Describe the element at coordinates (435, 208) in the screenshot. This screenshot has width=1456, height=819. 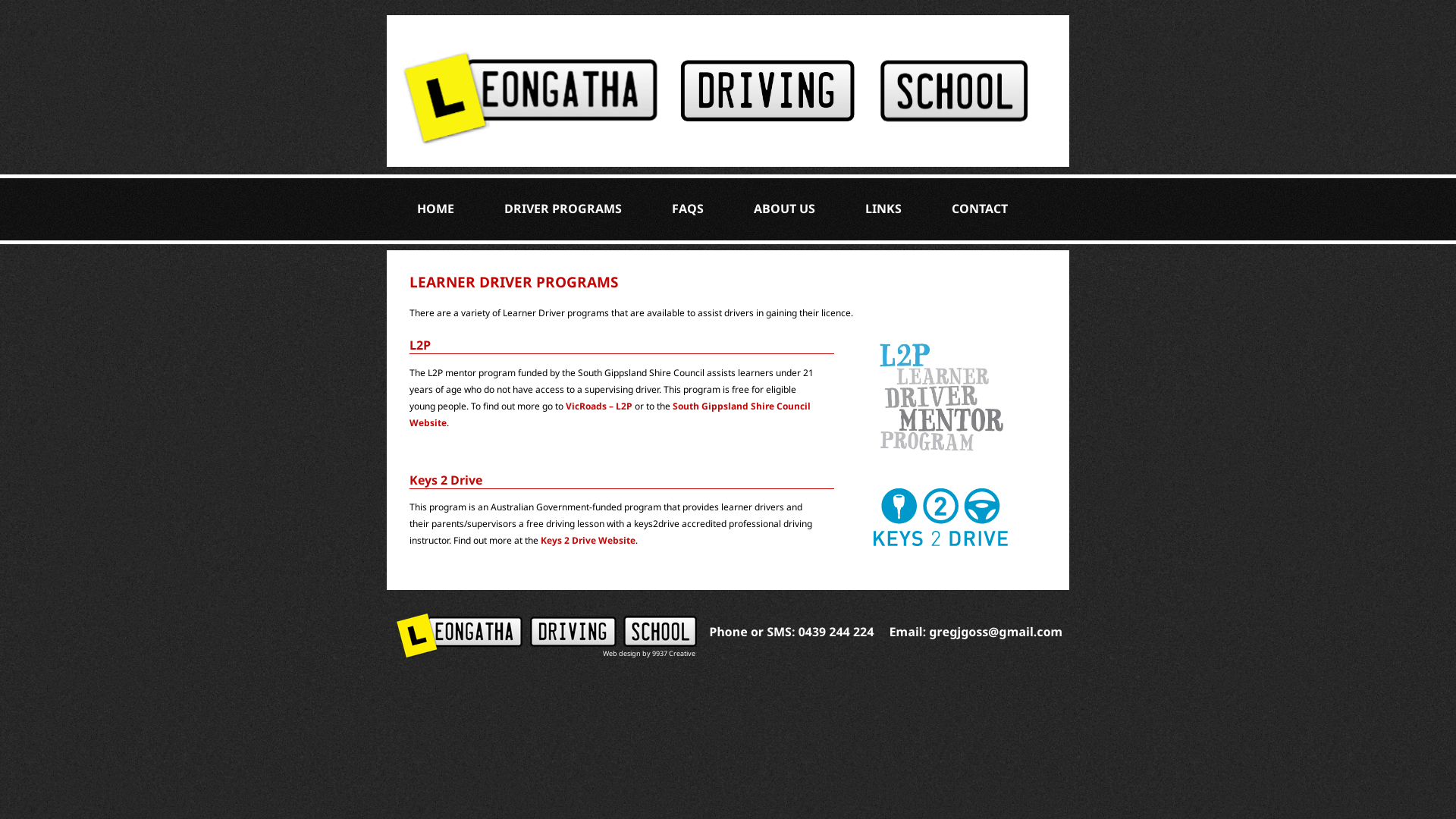
I see `'HOME'` at that location.